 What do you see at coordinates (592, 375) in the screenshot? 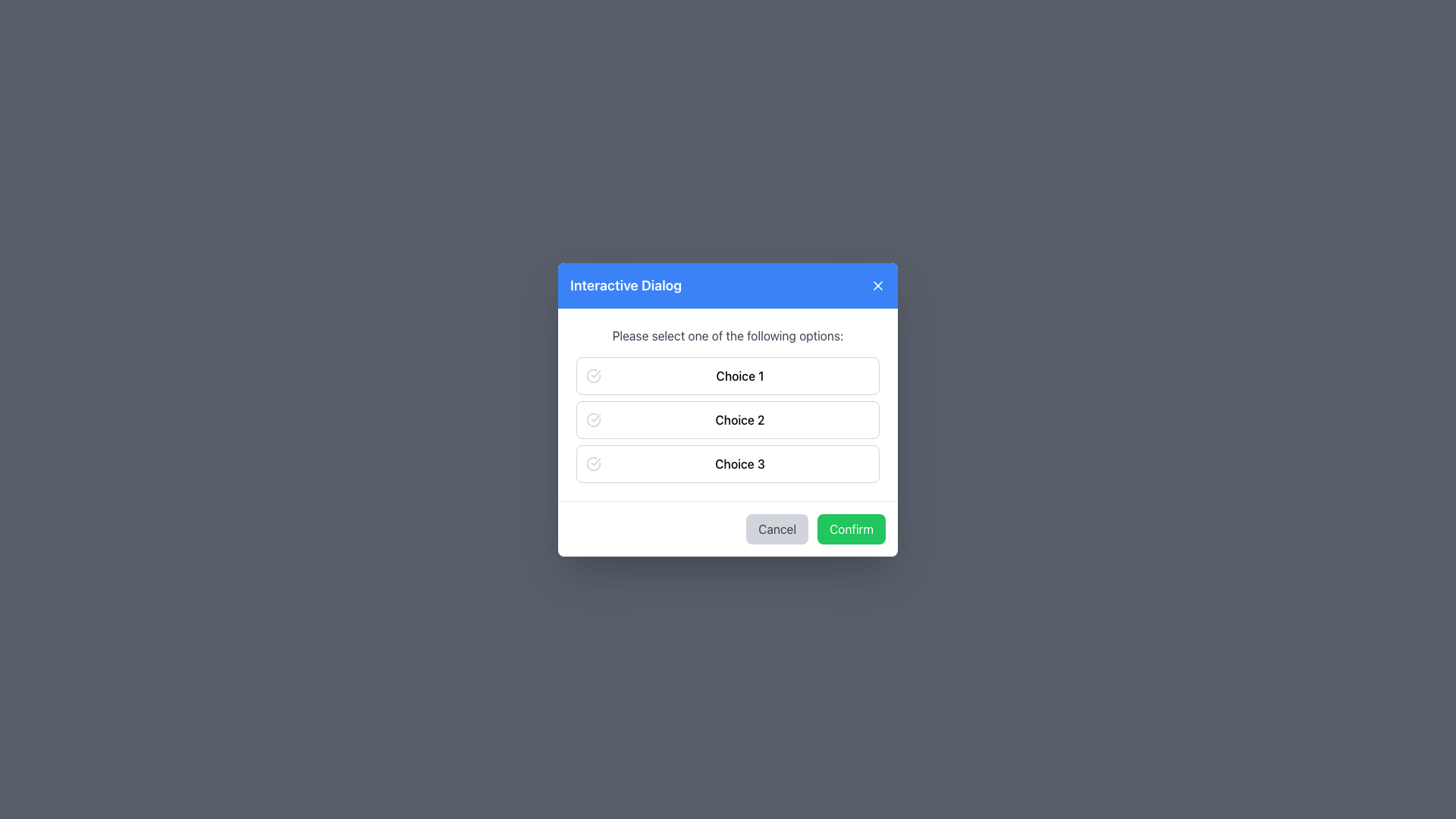
I see `the selection marker icon located at the leftmost part of the 'Choice 1' menu item` at bounding box center [592, 375].